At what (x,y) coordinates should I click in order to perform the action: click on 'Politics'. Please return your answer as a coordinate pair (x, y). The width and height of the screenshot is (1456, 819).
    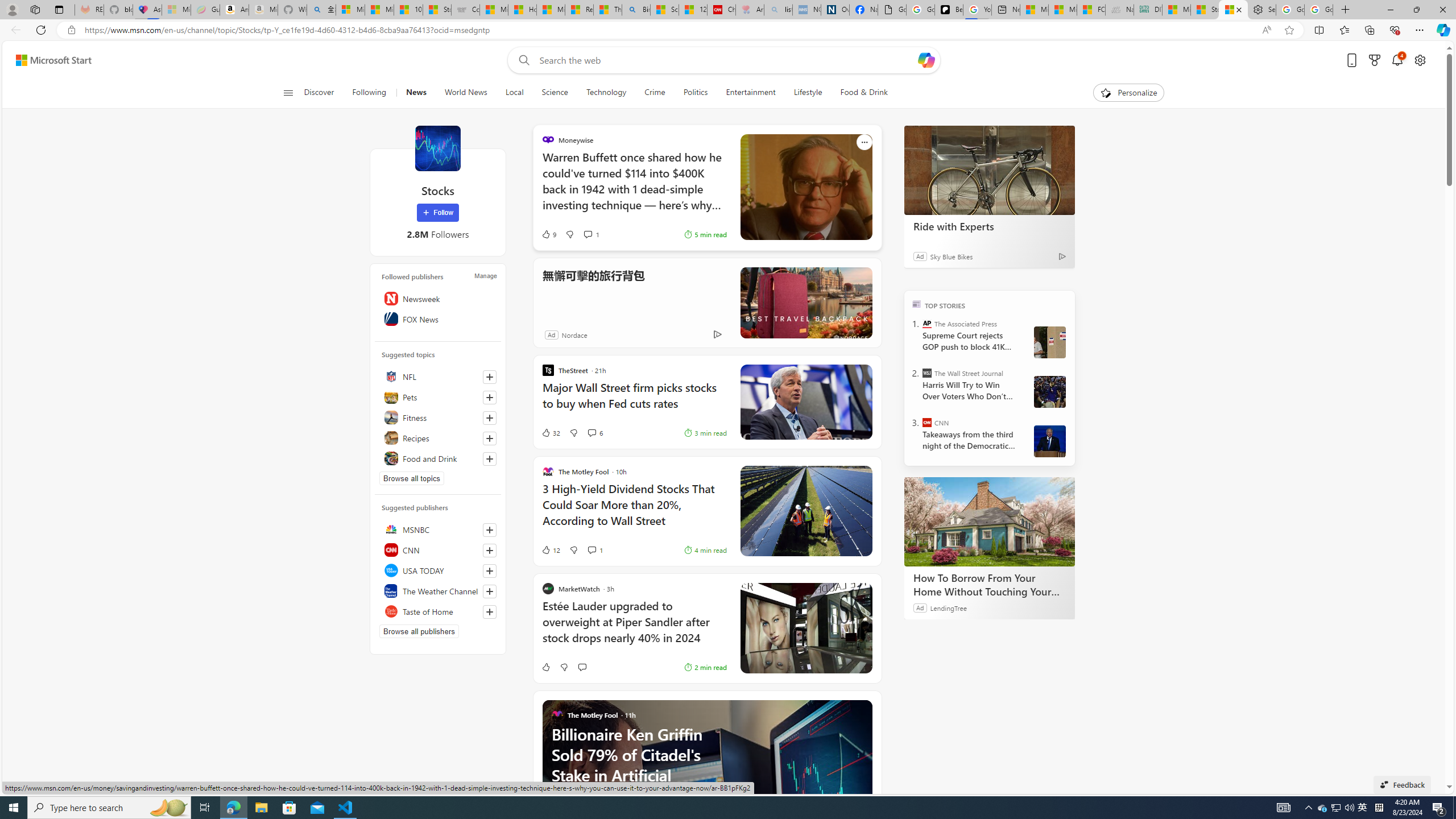
    Looking at the image, I should click on (695, 92).